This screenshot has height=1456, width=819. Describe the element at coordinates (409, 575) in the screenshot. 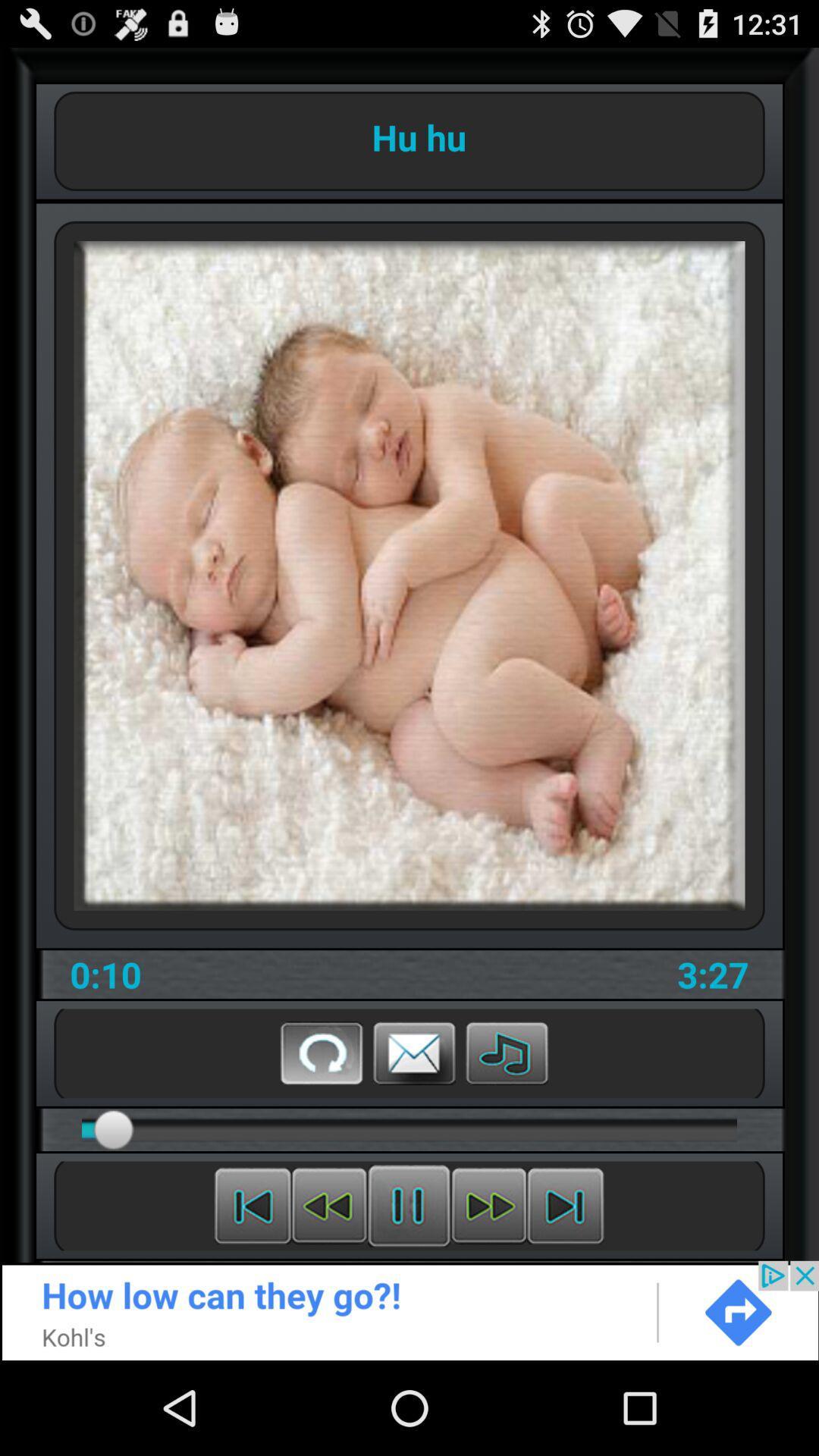

I see `the image on the web page` at that location.